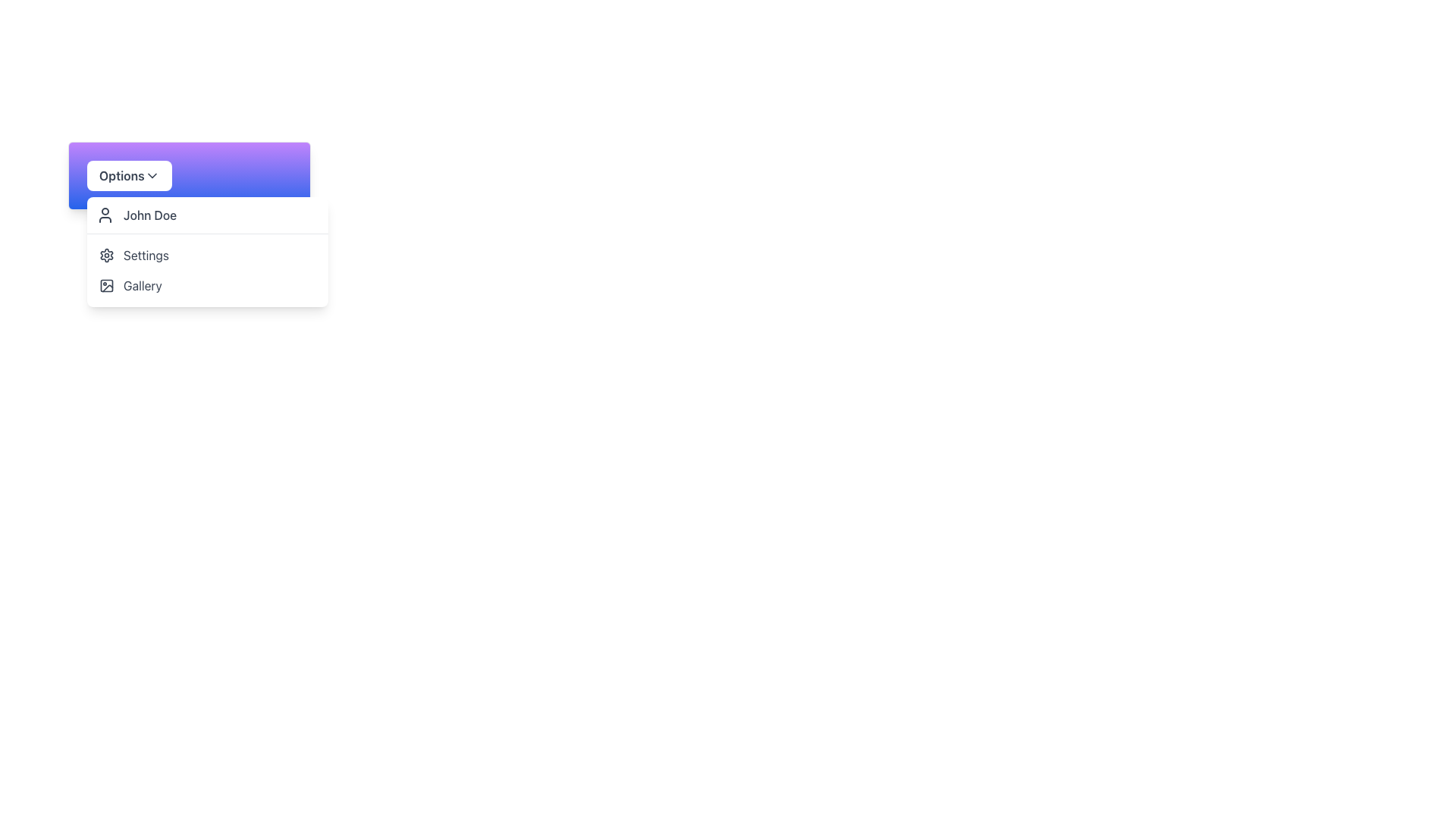 This screenshot has height=819, width=1456. I want to click on the gear icon representing settings, which is positioned to the left of the 'Settings' text label in the dropdown menu, so click(105, 254).